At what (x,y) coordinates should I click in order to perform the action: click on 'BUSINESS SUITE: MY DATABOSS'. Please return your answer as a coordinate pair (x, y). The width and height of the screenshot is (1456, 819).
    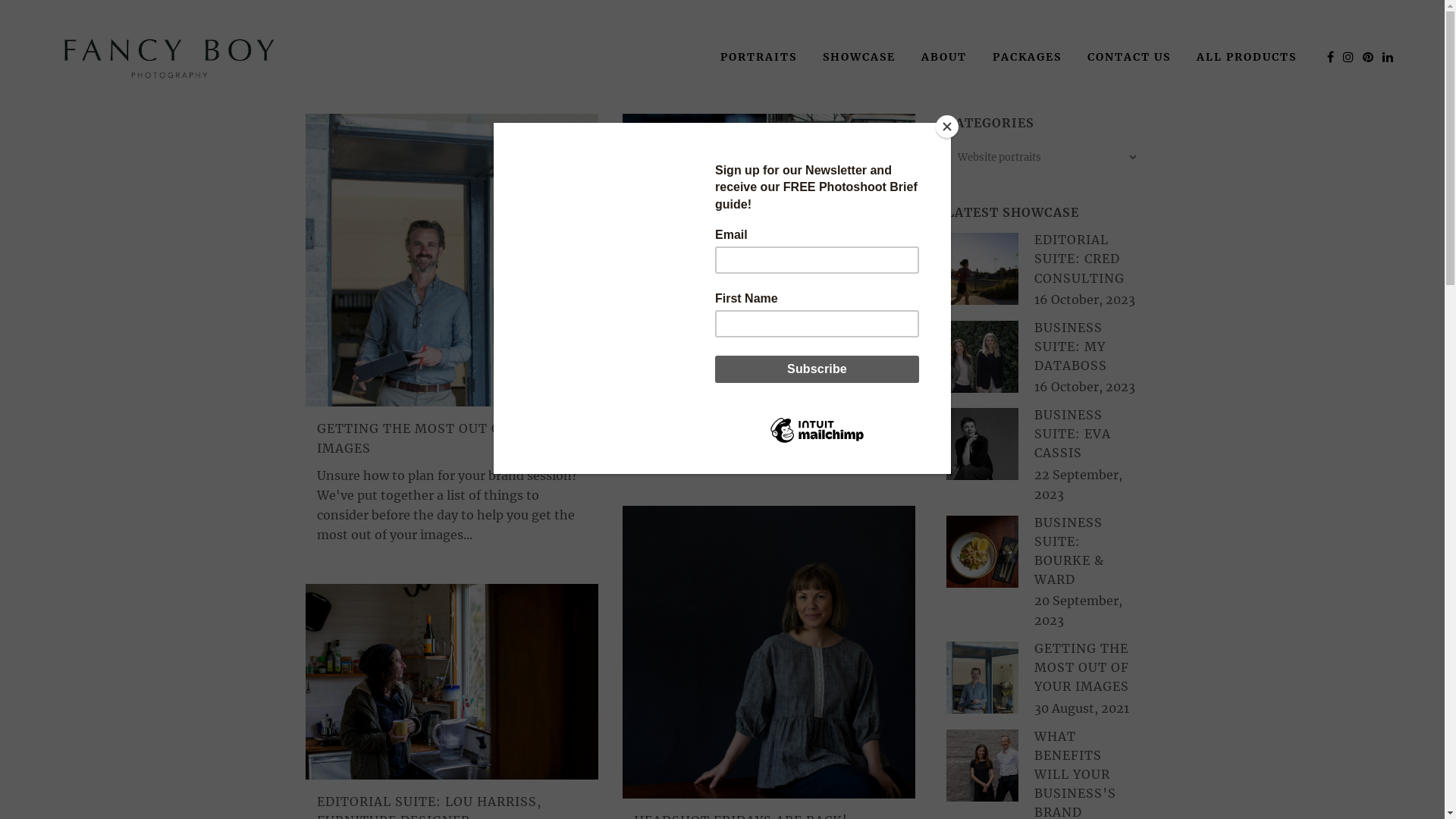
    Looking at the image, I should click on (1069, 346).